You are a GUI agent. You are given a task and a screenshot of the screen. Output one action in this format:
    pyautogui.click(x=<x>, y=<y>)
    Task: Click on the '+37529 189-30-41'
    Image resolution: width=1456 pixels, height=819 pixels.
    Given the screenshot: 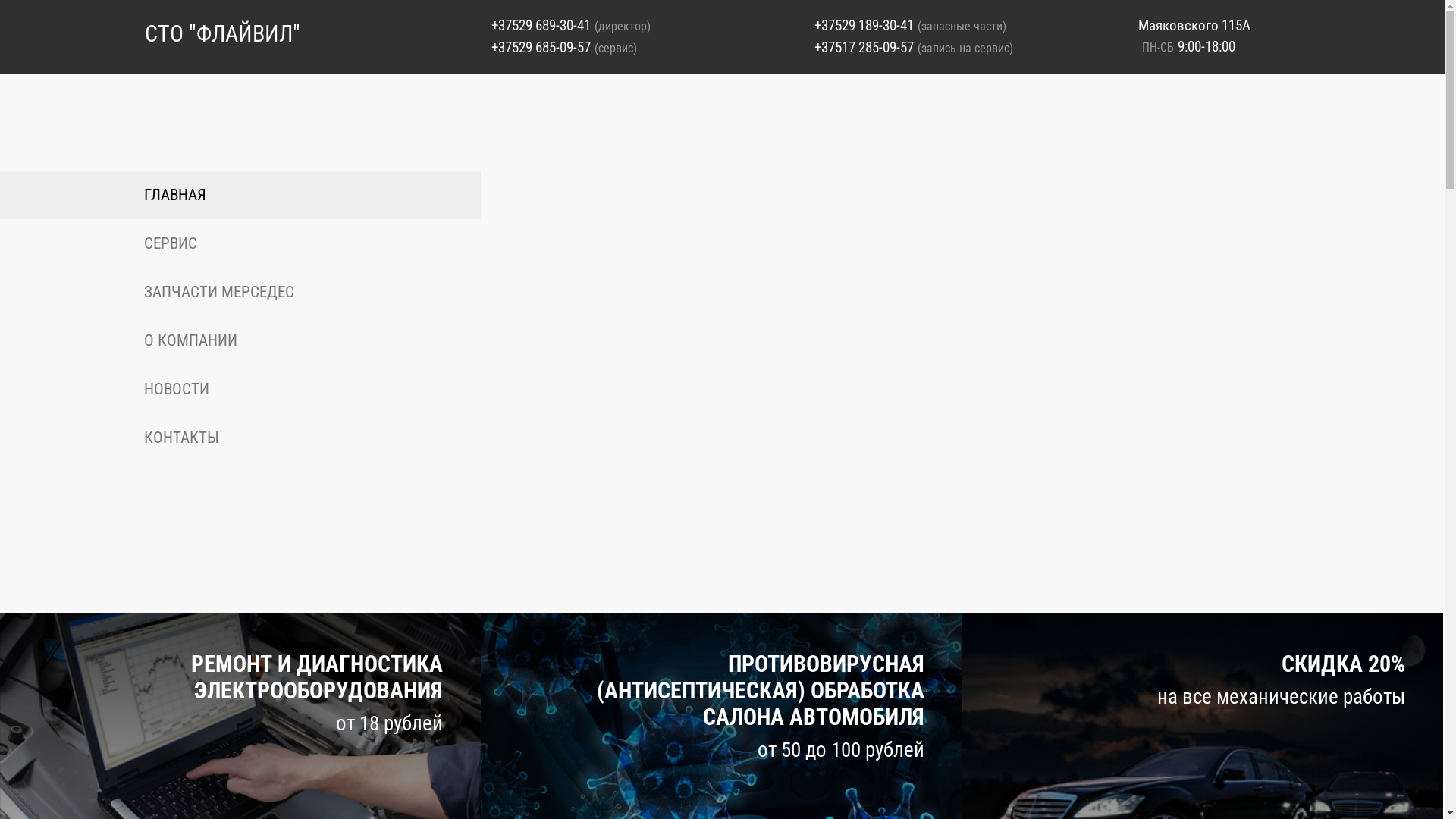 What is the action you would take?
    pyautogui.click(x=864, y=25)
    